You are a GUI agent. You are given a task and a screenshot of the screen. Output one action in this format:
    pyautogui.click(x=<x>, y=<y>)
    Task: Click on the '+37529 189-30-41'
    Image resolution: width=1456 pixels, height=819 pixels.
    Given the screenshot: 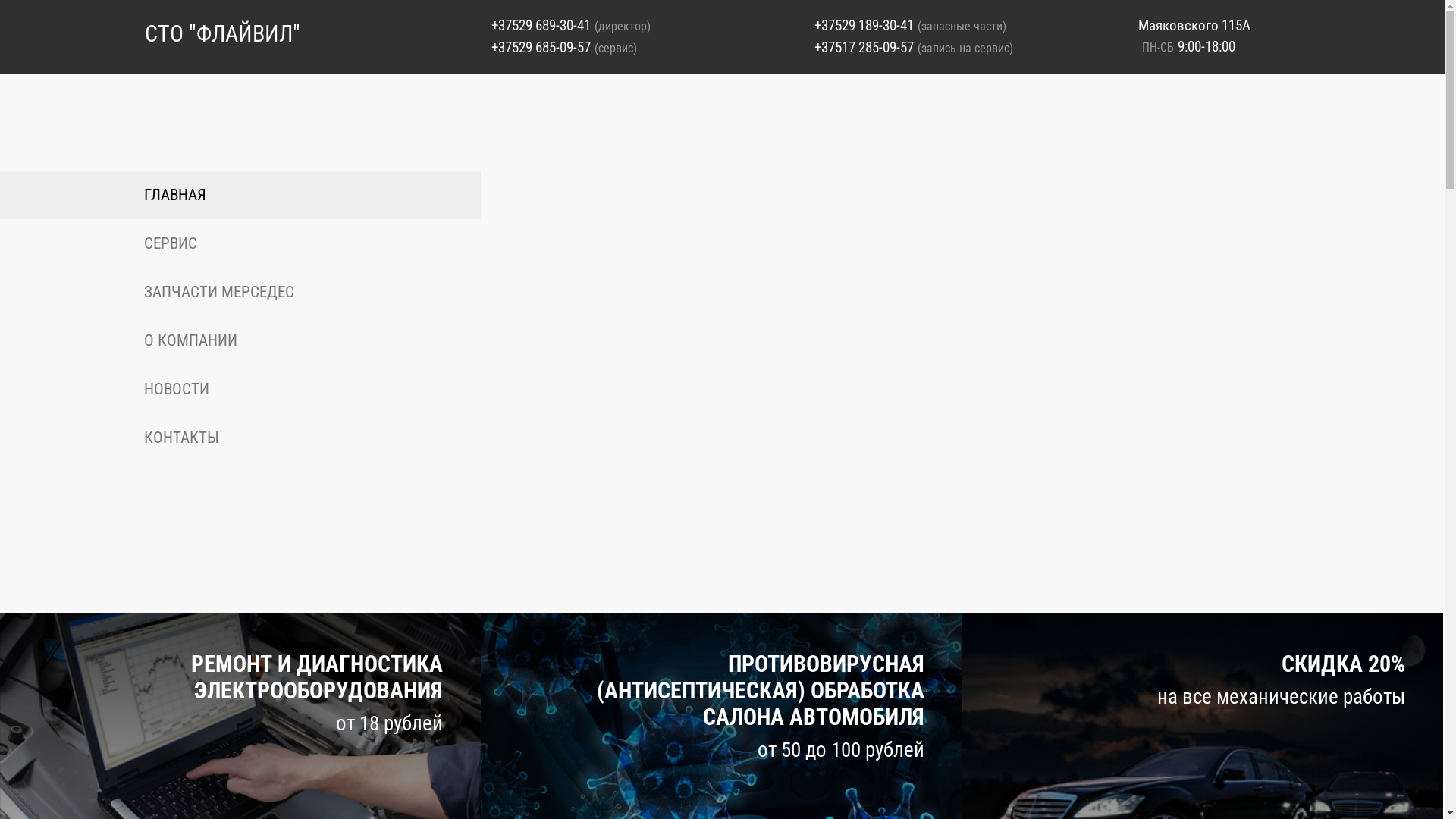 What is the action you would take?
    pyautogui.click(x=864, y=25)
    